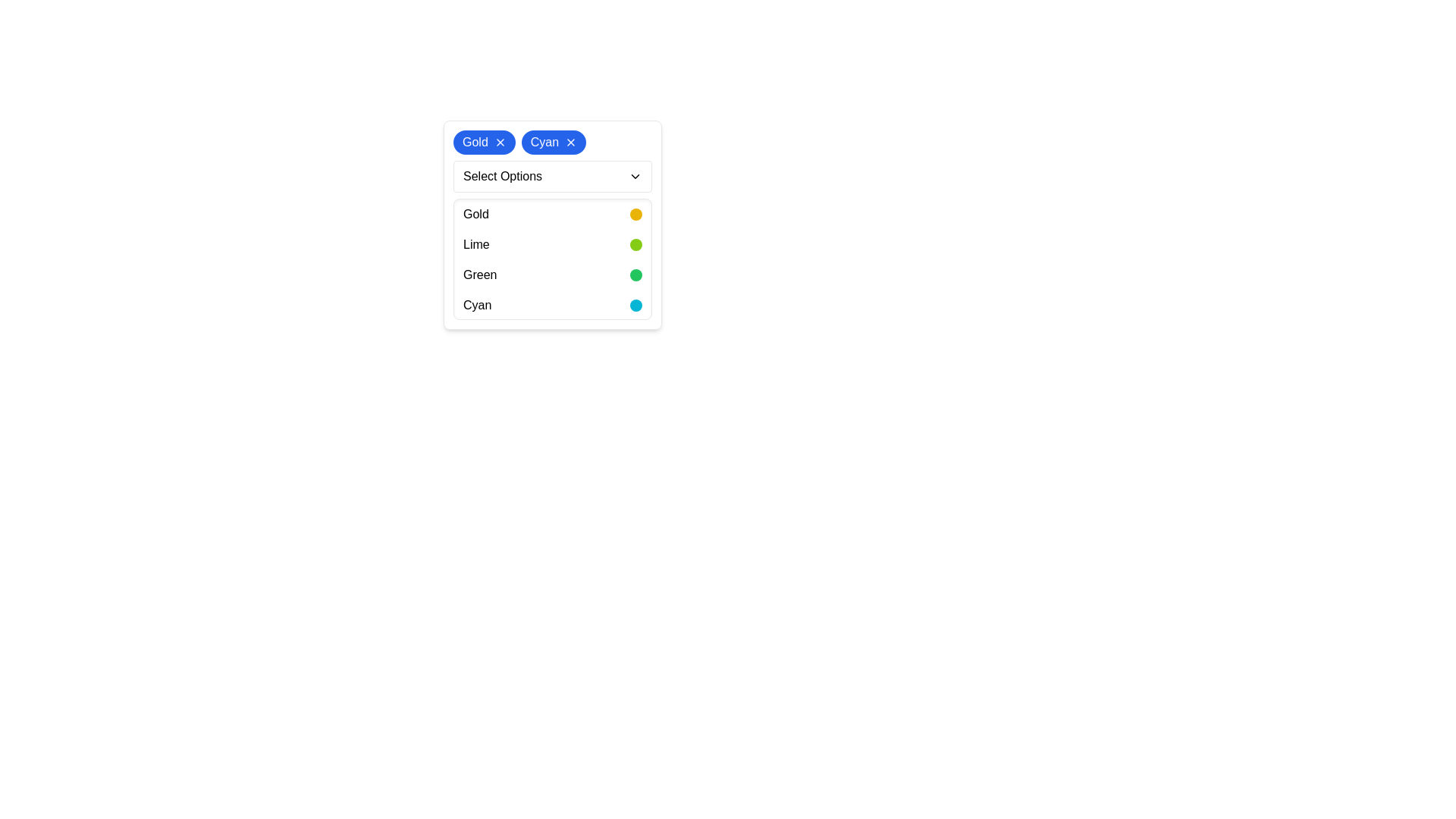 The width and height of the screenshot is (1456, 819). Describe the element at coordinates (552, 275) in the screenshot. I see `the third item in the dropdown menu that represents the 'Green' category` at that location.